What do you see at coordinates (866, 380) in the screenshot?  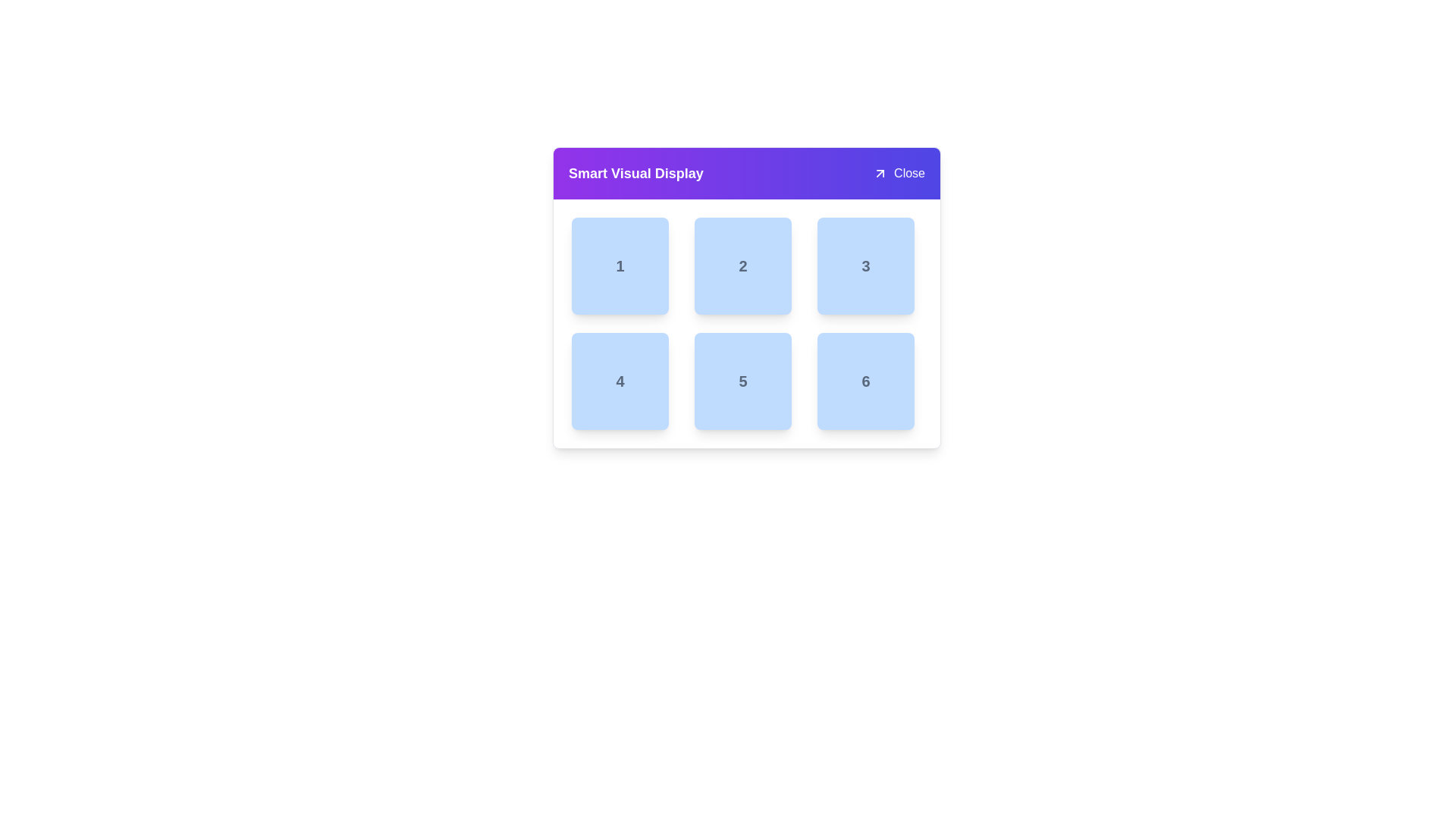 I see `the static display element with a numerical label located in the bottom-right corner of a 3x2 grid layout, which is the sixth item in the sequence` at bounding box center [866, 380].